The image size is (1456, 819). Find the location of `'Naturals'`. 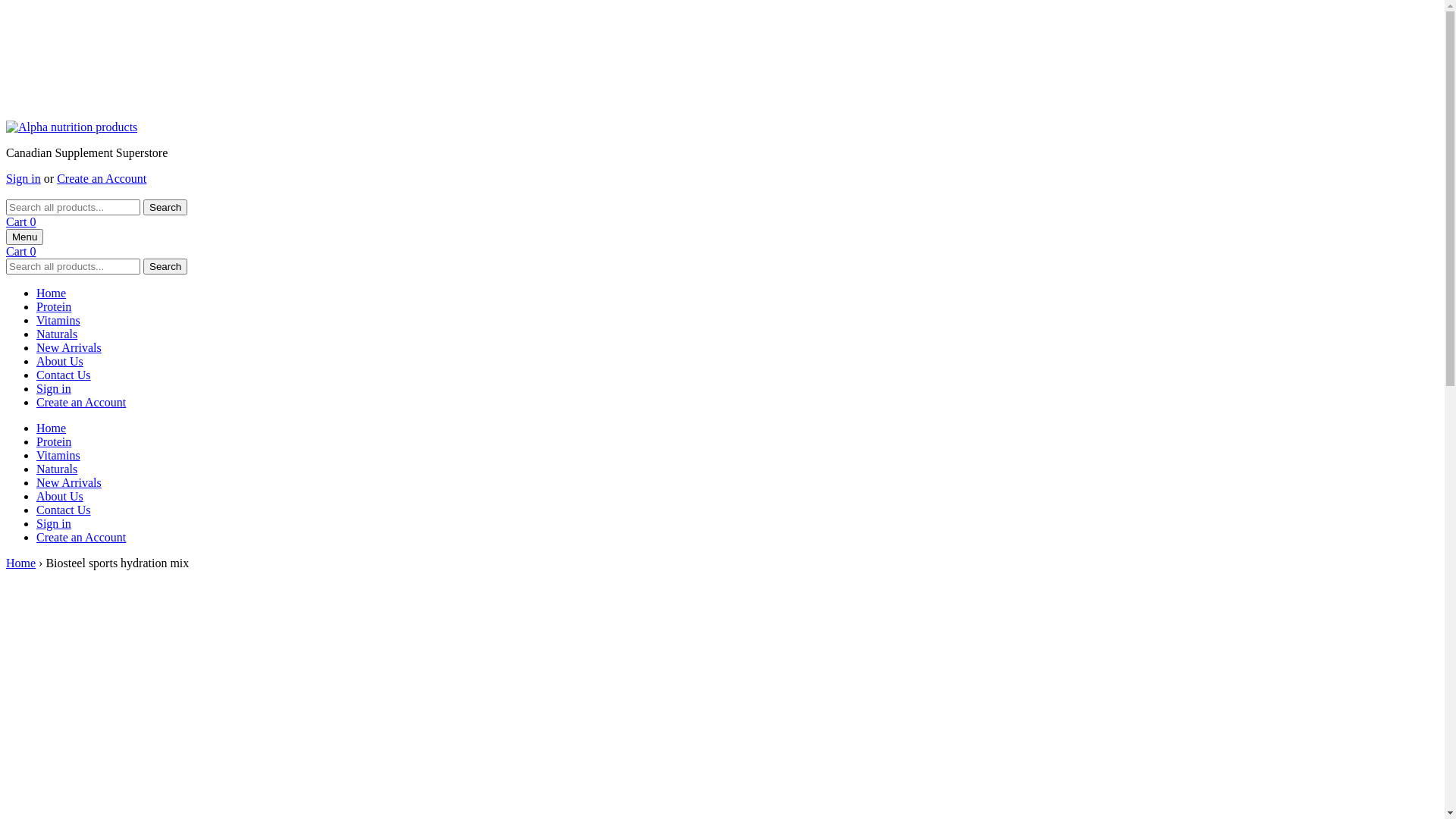

'Naturals' is located at coordinates (57, 468).